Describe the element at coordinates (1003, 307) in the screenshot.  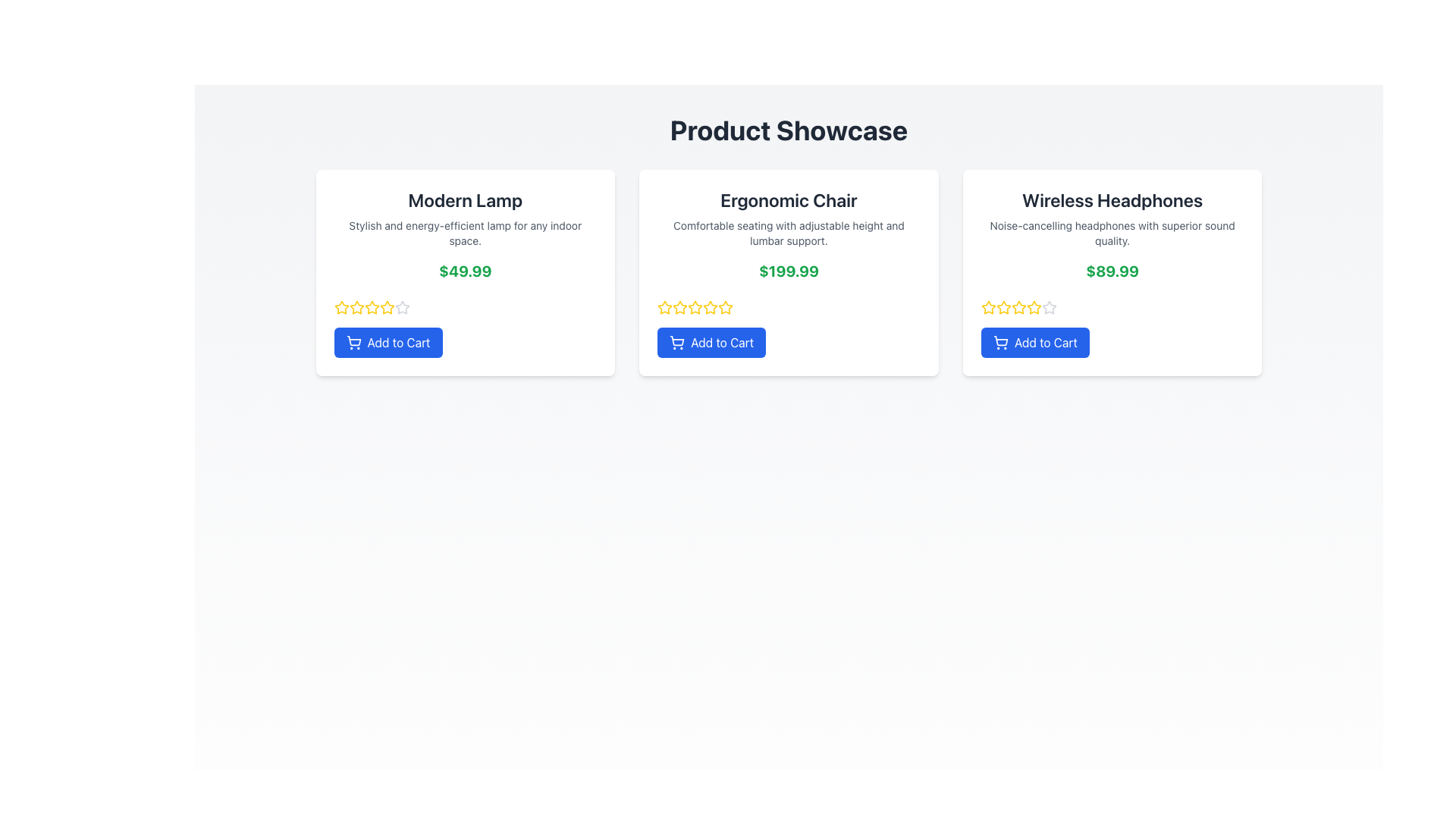
I see `the second star from the left` at that location.